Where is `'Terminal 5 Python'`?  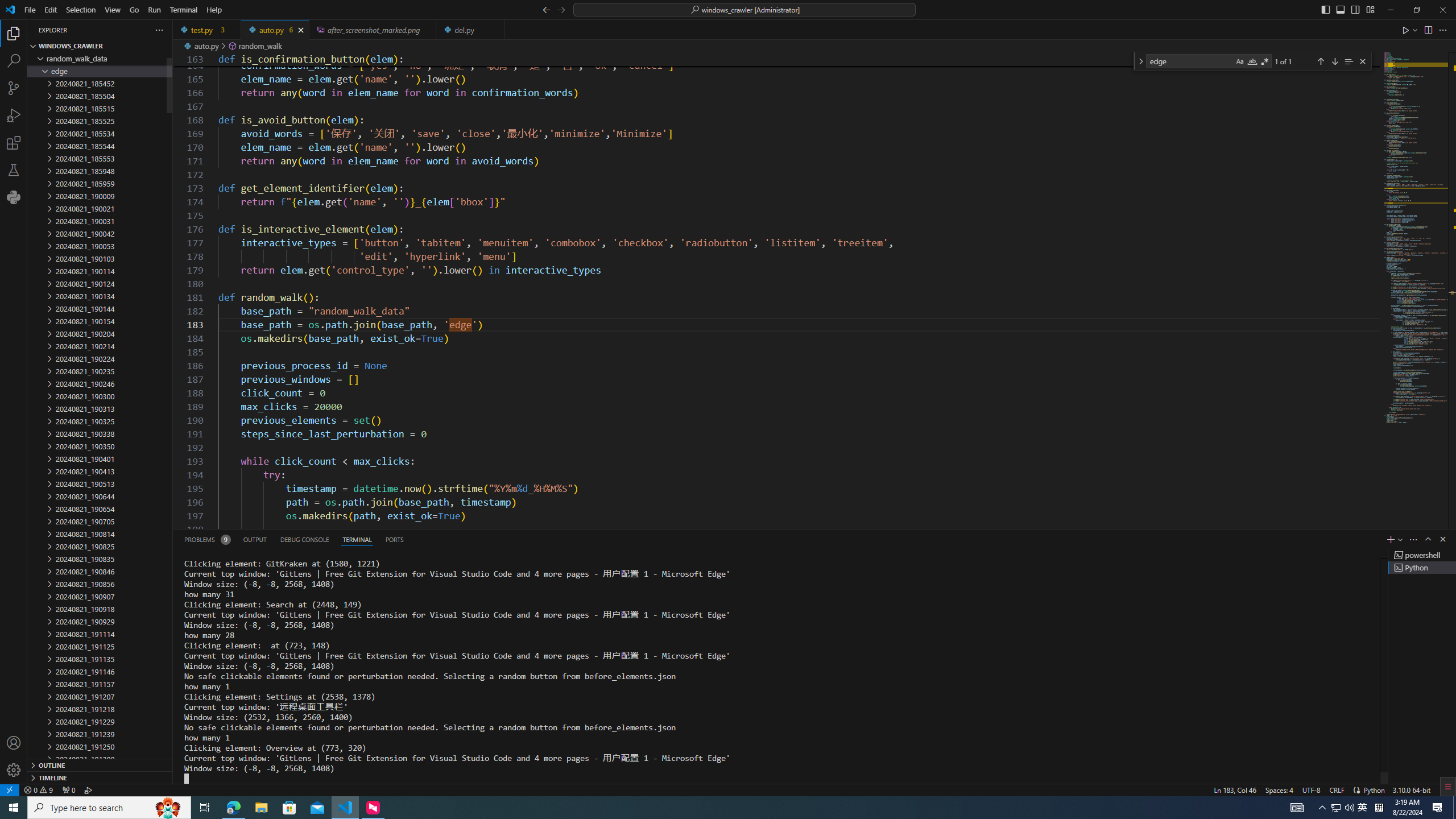
'Terminal 5 Python' is located at coordinates (1422, 566).